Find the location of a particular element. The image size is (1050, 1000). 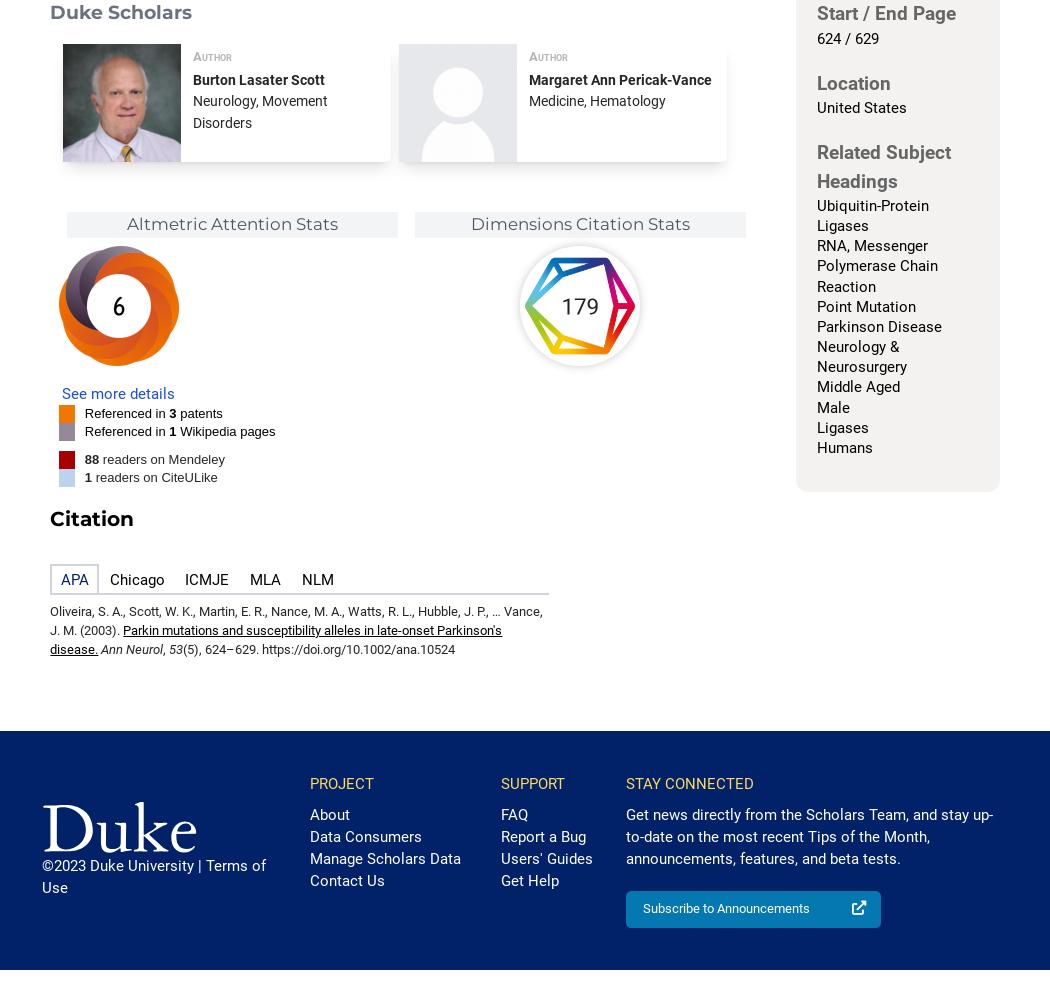

'Neurology, Movement Disorders' is located at coordinates (260, 110).